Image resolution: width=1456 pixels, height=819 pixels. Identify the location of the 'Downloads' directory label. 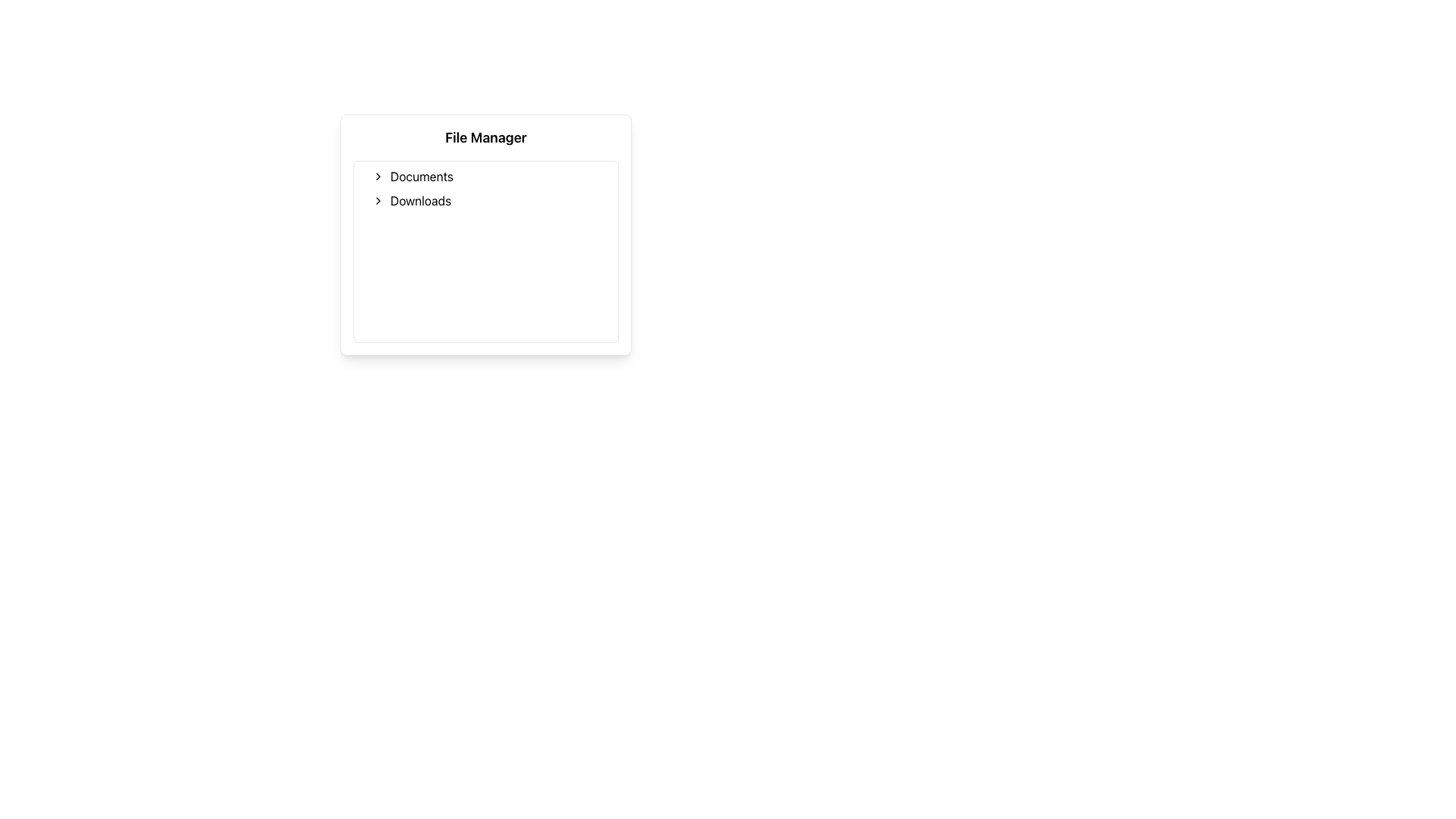
(421, 200).